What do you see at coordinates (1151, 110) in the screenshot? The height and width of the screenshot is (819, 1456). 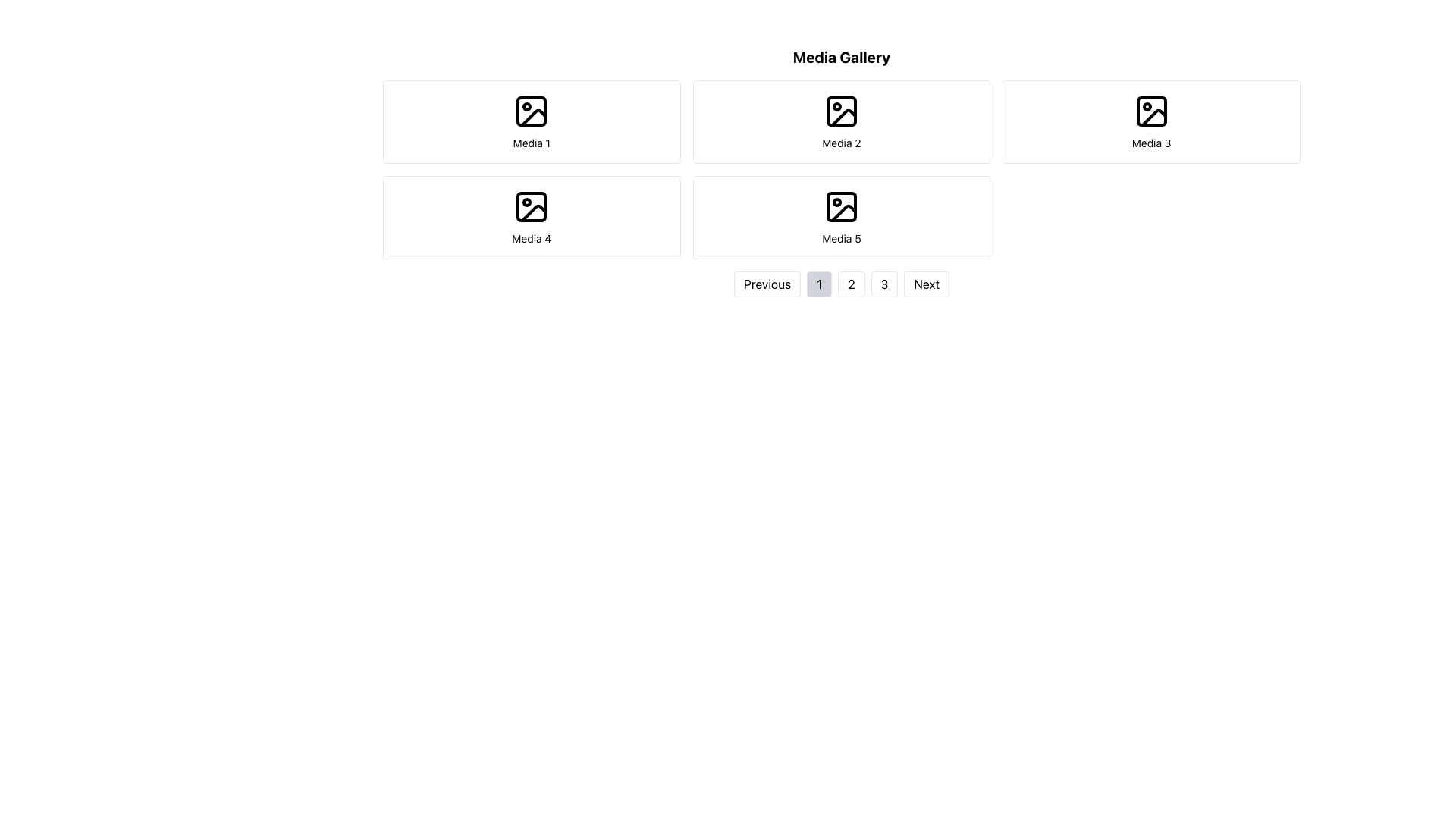 I see `the 'Media 3' icon in the top-right section of the 'Media Gallery' grid, which serves as a visual representation for the media item` at bounding box center [1151, 110].